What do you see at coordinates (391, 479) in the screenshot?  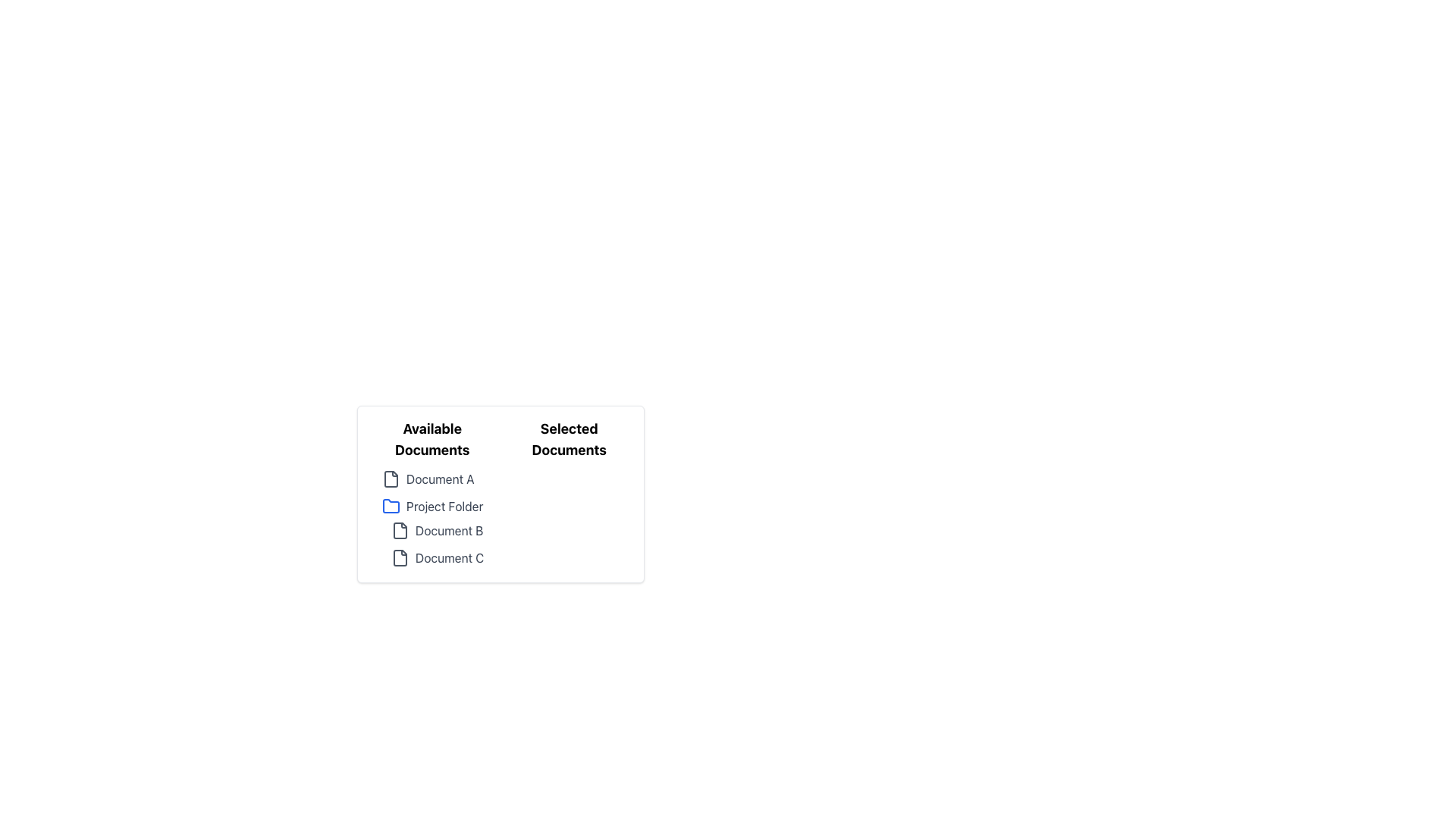 I see `the file icon representing 'Document A' in the 'Available Documents' column` at bounding box center [391, 479].